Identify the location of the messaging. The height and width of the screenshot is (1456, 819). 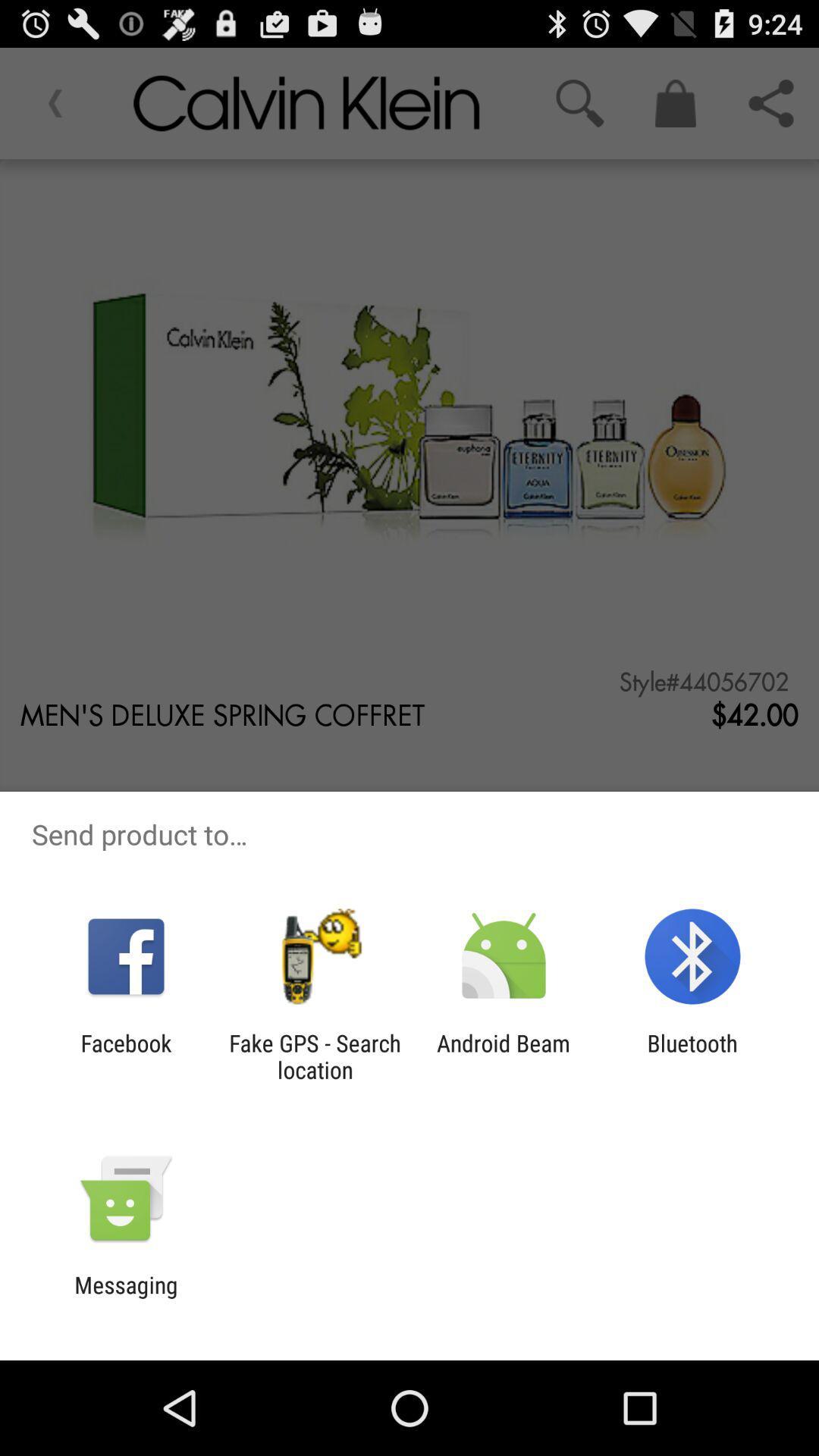
(125, 1298).